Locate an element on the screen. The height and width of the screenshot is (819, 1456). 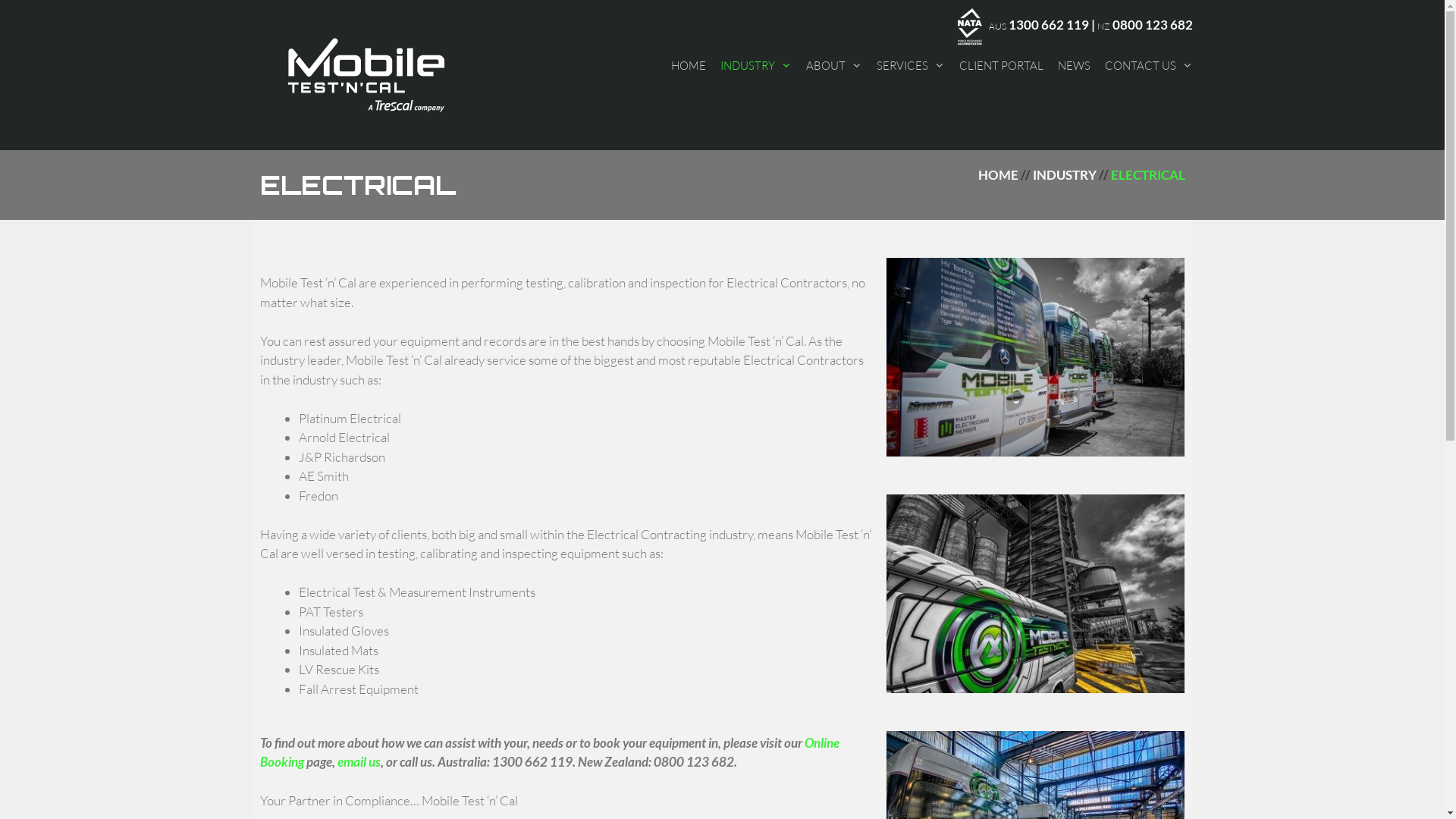
'Online Booking ' is located at coordinates (548, 752).